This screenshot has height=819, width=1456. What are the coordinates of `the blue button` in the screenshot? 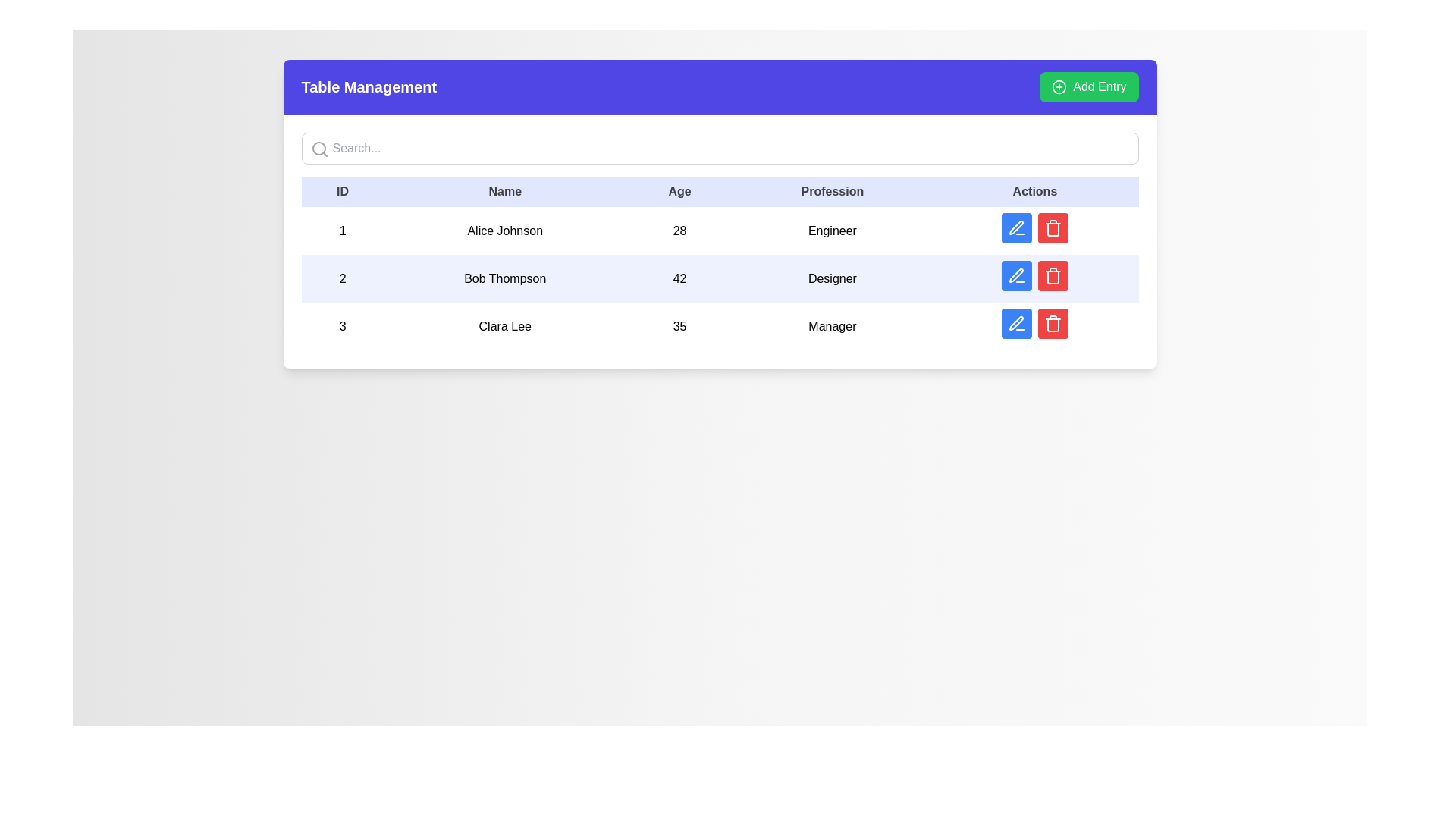 It's located at (1034, 227).